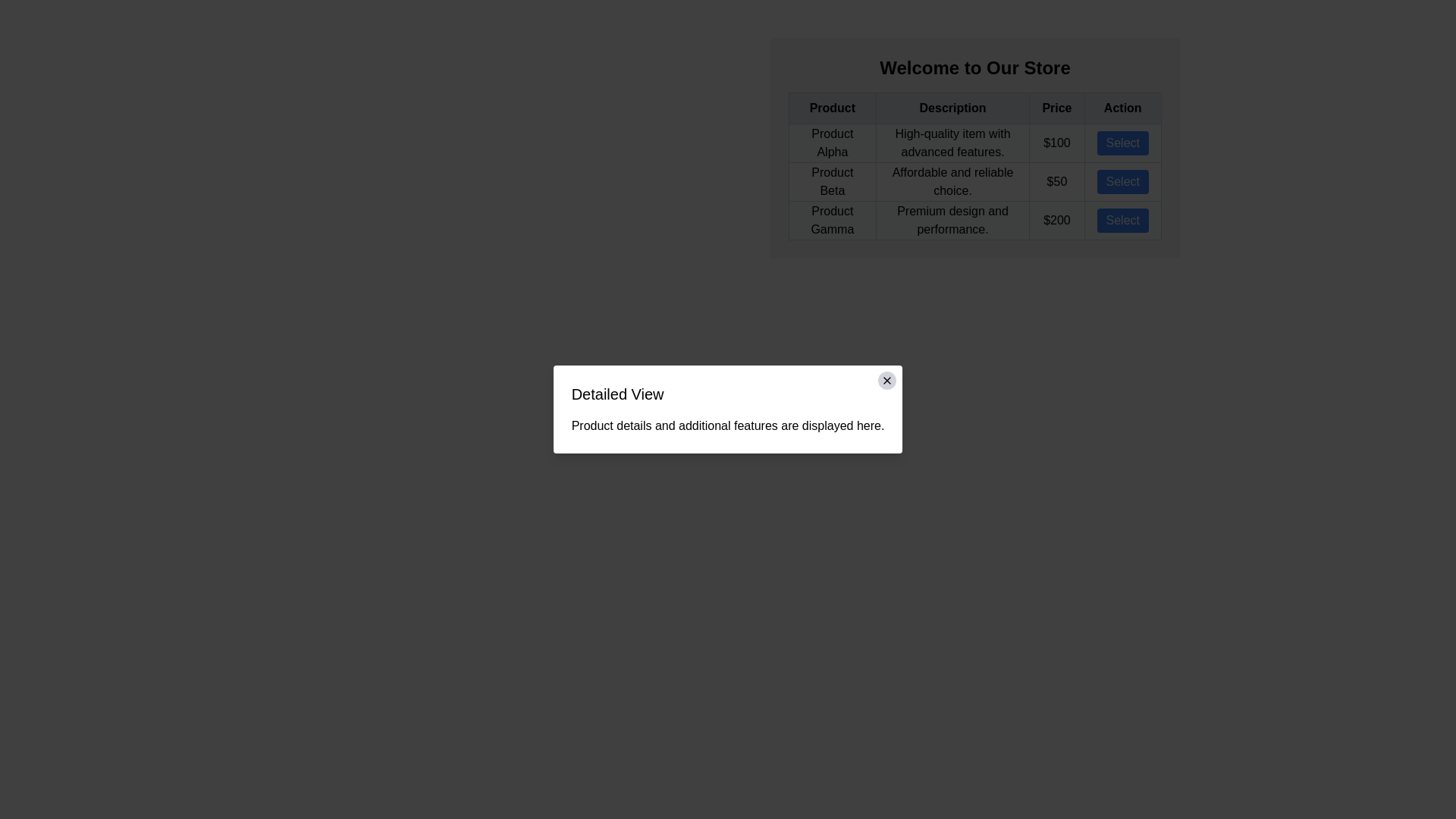 The height and width of the screenshot is (819, 1456). I want to click on the descriptive text label for 'Product Beta' located in the second column of the table layout, positioned between the product label and the price information, so click(952, 180).